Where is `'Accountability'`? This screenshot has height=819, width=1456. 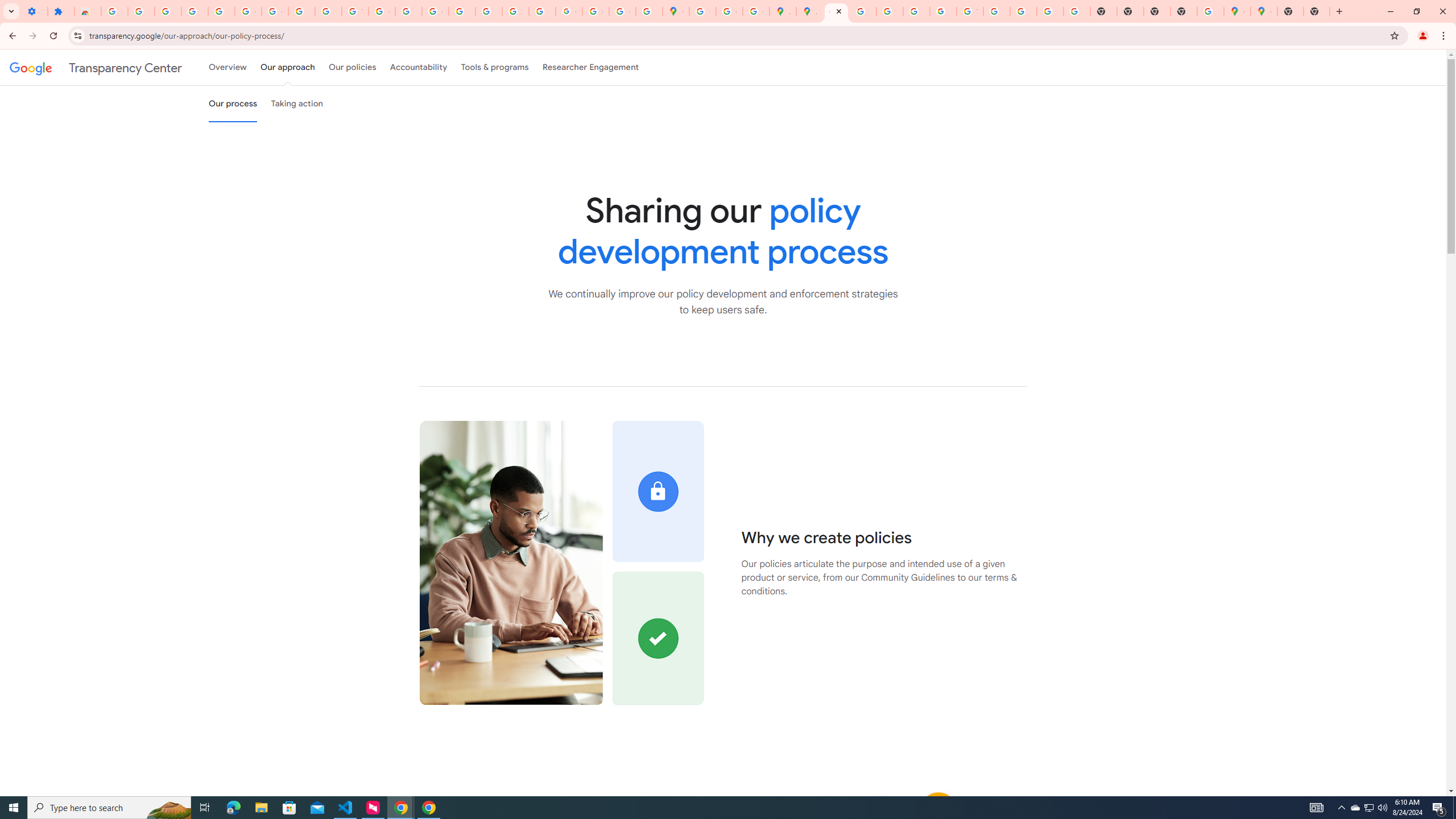
'Accountability' is located at coordinates (418, 67).